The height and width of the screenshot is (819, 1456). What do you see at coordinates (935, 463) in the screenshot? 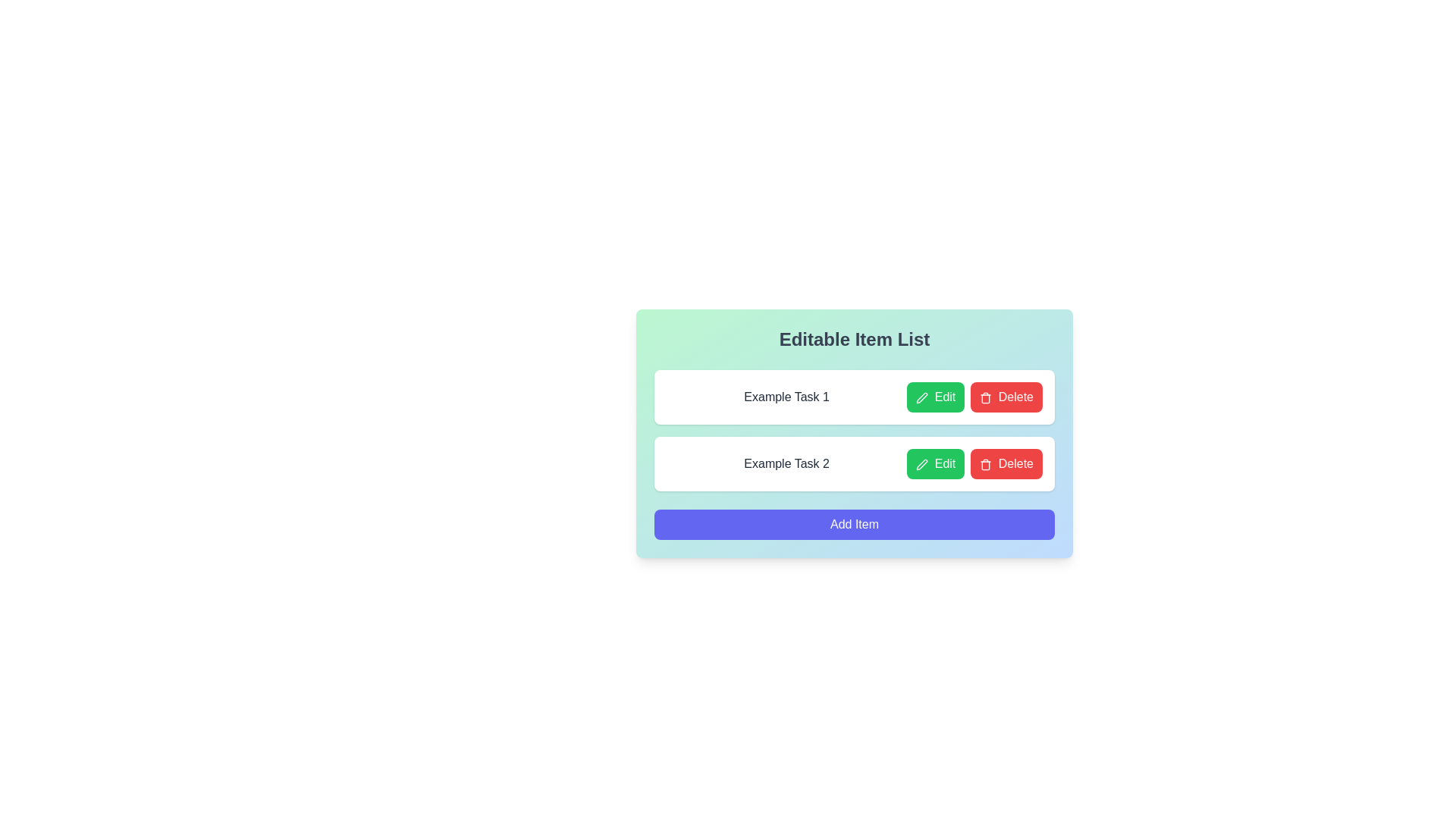
I see `the green 'Edit' button with white text and a pen icon located in the second row of the item list, next to 'Example Task 2'` at bounding box center [935, 463].